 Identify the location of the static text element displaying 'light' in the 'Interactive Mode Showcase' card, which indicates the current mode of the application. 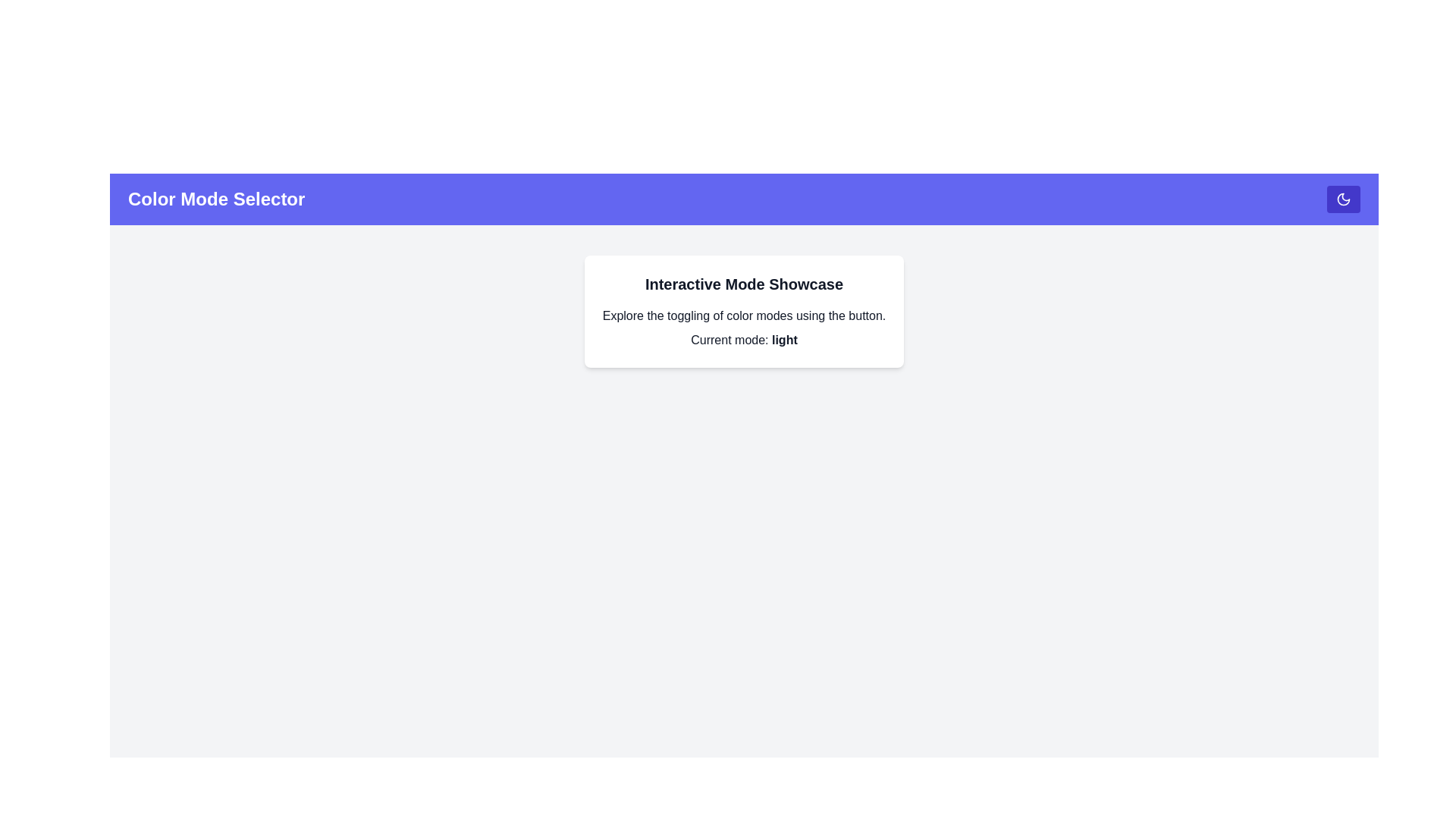
(784, 339).